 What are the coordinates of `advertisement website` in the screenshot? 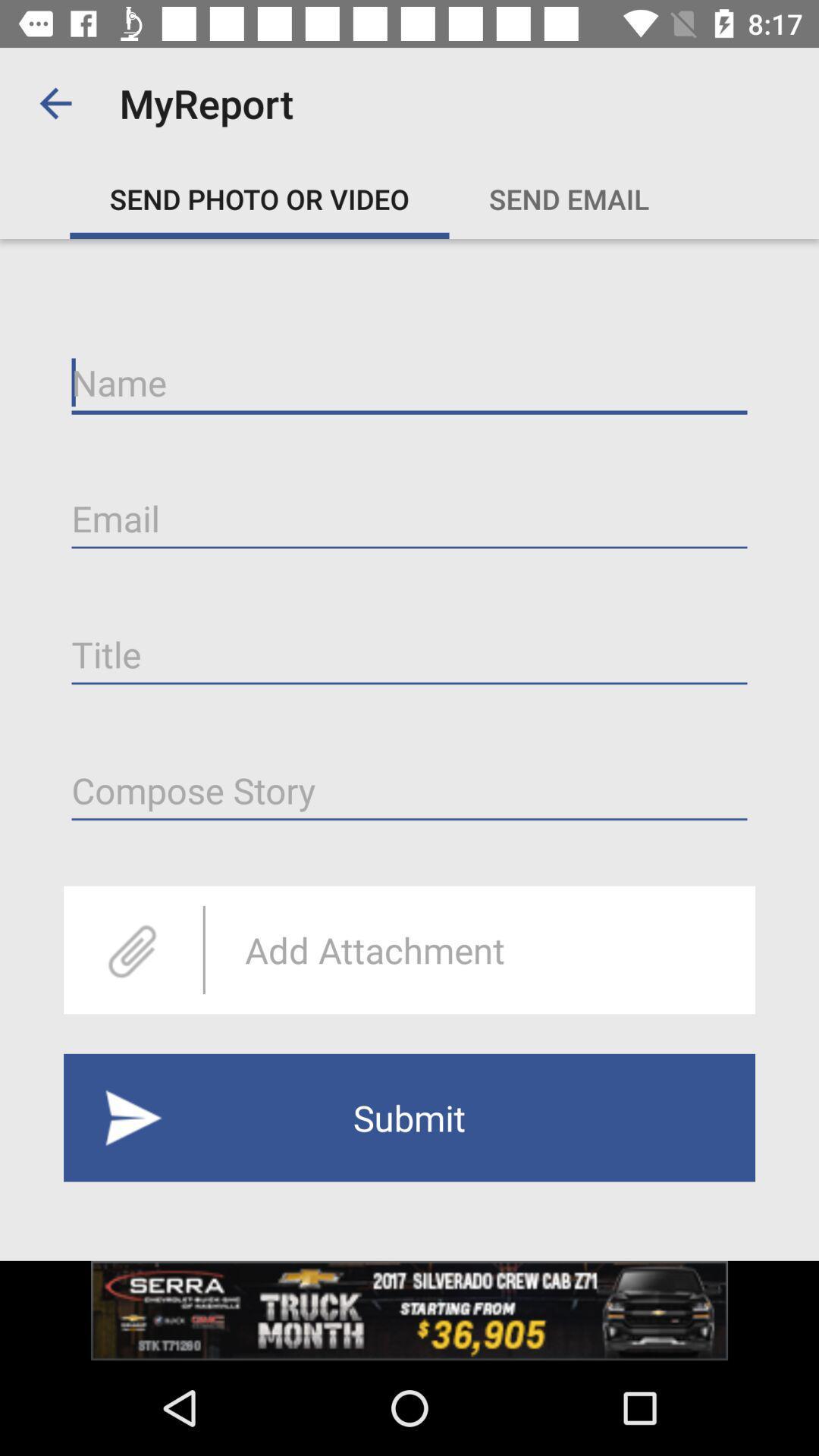 It's located at (409, 1310).